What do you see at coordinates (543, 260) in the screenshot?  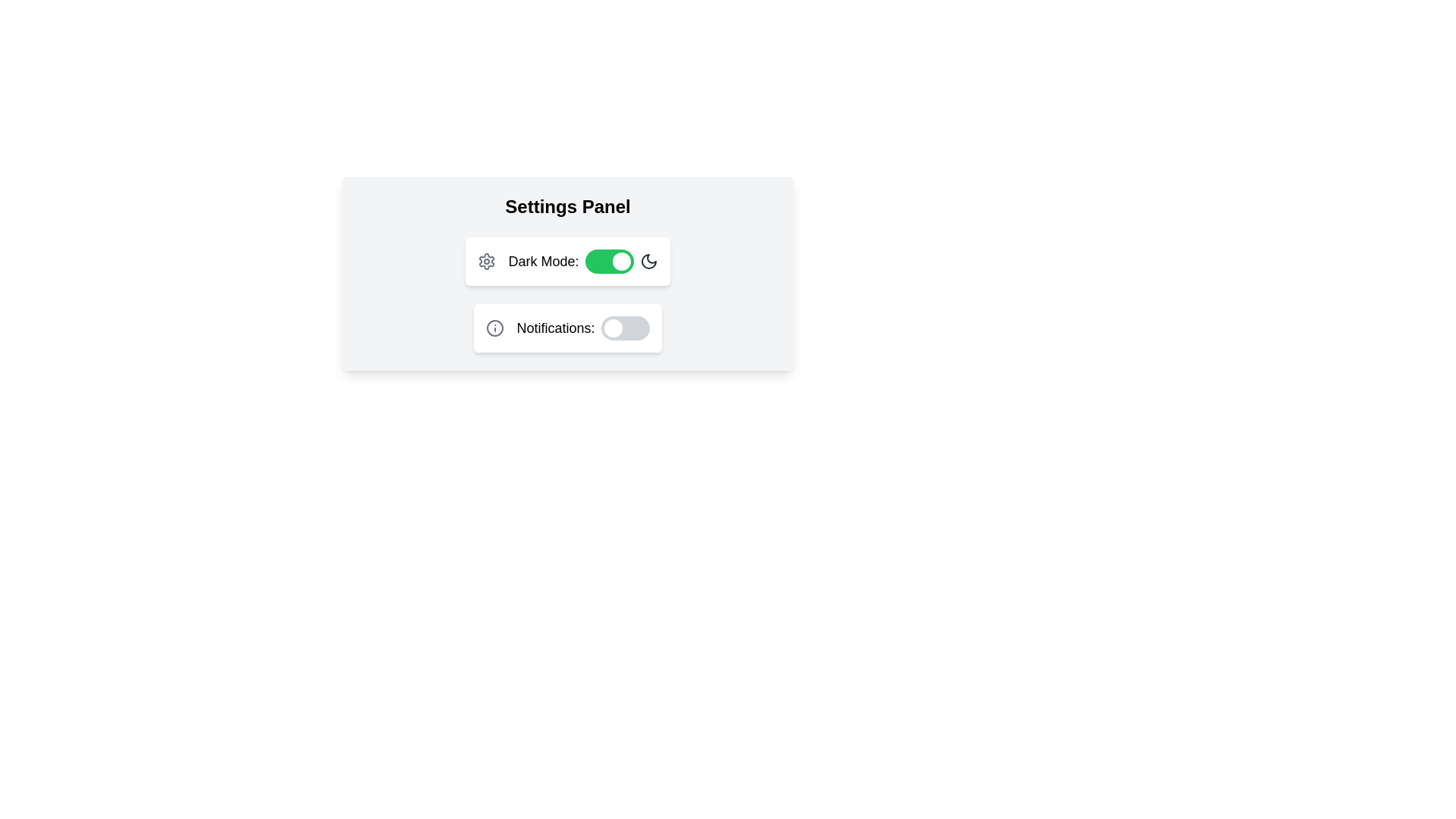 I see `the Text Label for the Dark Mode toggle located in the top section of the settings interface, positioned between the settings icon and the green toggle switch` at bounding box center [543, 260].